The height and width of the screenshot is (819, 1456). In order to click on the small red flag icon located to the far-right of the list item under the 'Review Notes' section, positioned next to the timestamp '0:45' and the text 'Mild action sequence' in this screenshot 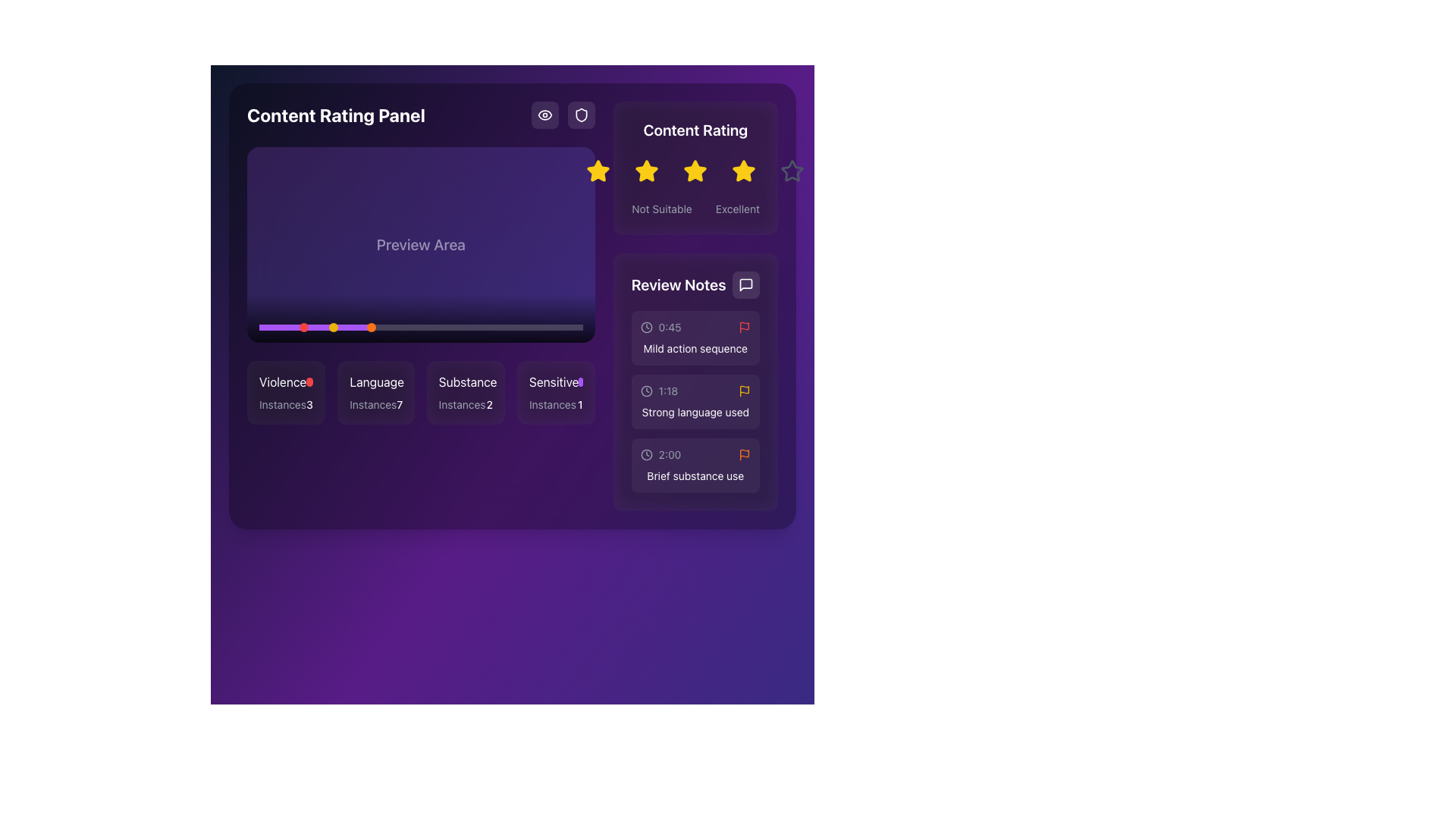, I will do `click(744, 327)`.